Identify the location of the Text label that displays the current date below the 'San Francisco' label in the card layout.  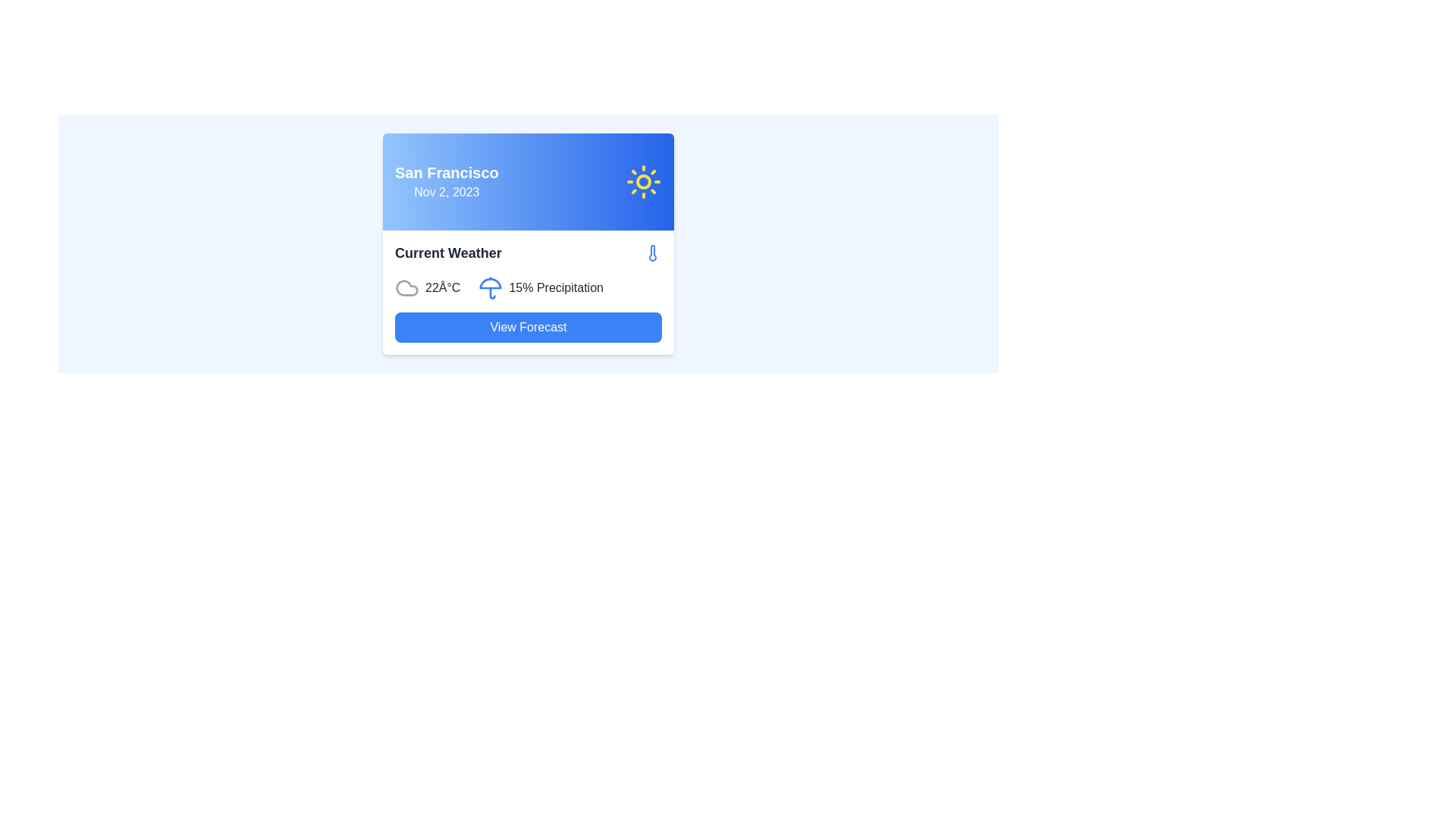
(446, 192).